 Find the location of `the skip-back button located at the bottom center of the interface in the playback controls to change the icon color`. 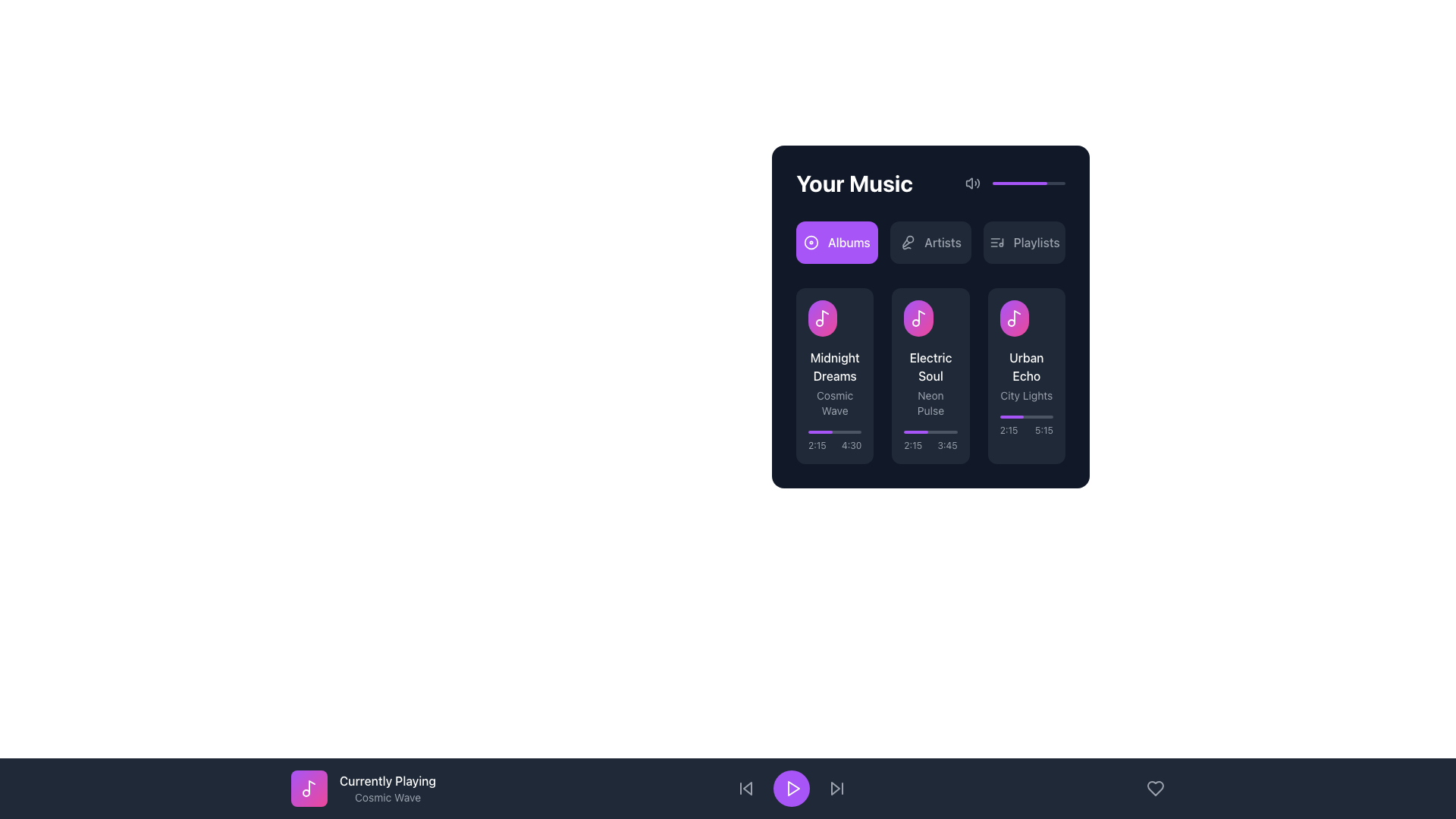

the skip-back button located at the bottom center of the interface in the playback controls to change the icon color is located at coordinates (745, 788).